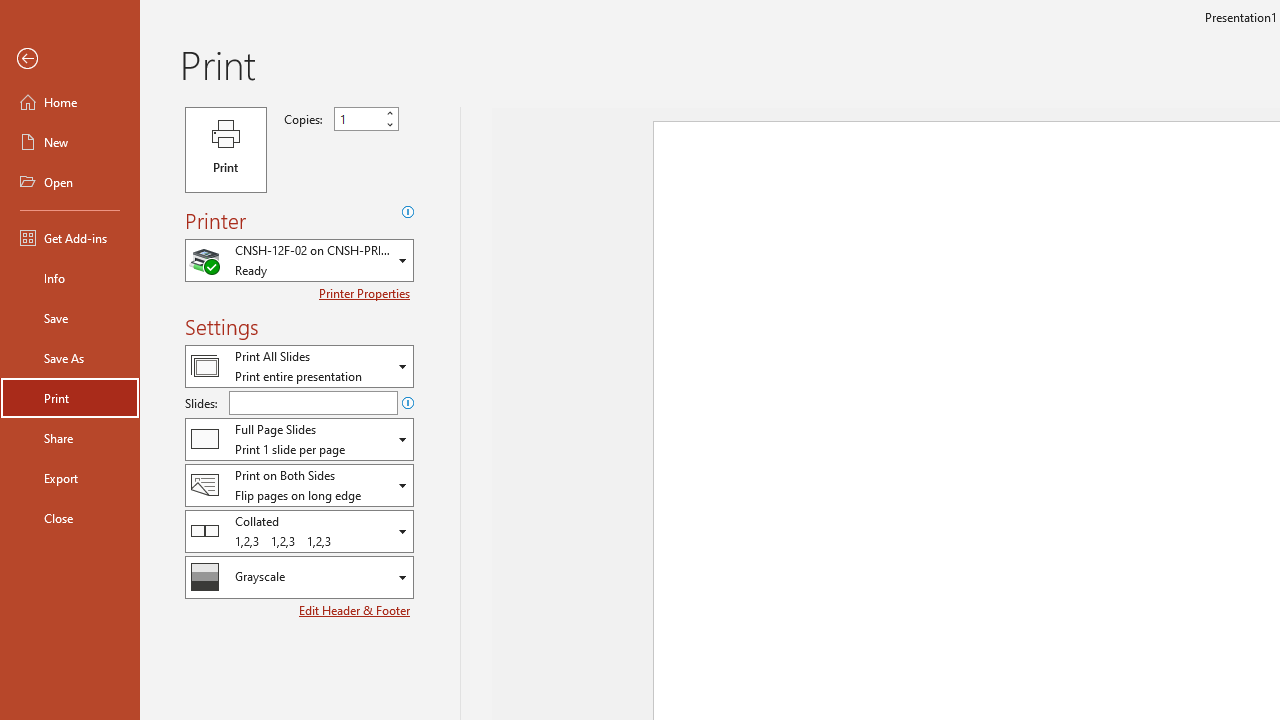 The height and width of the screenshot is (720, 1280). I want to click on 'Which Printer', so click(298, 259).